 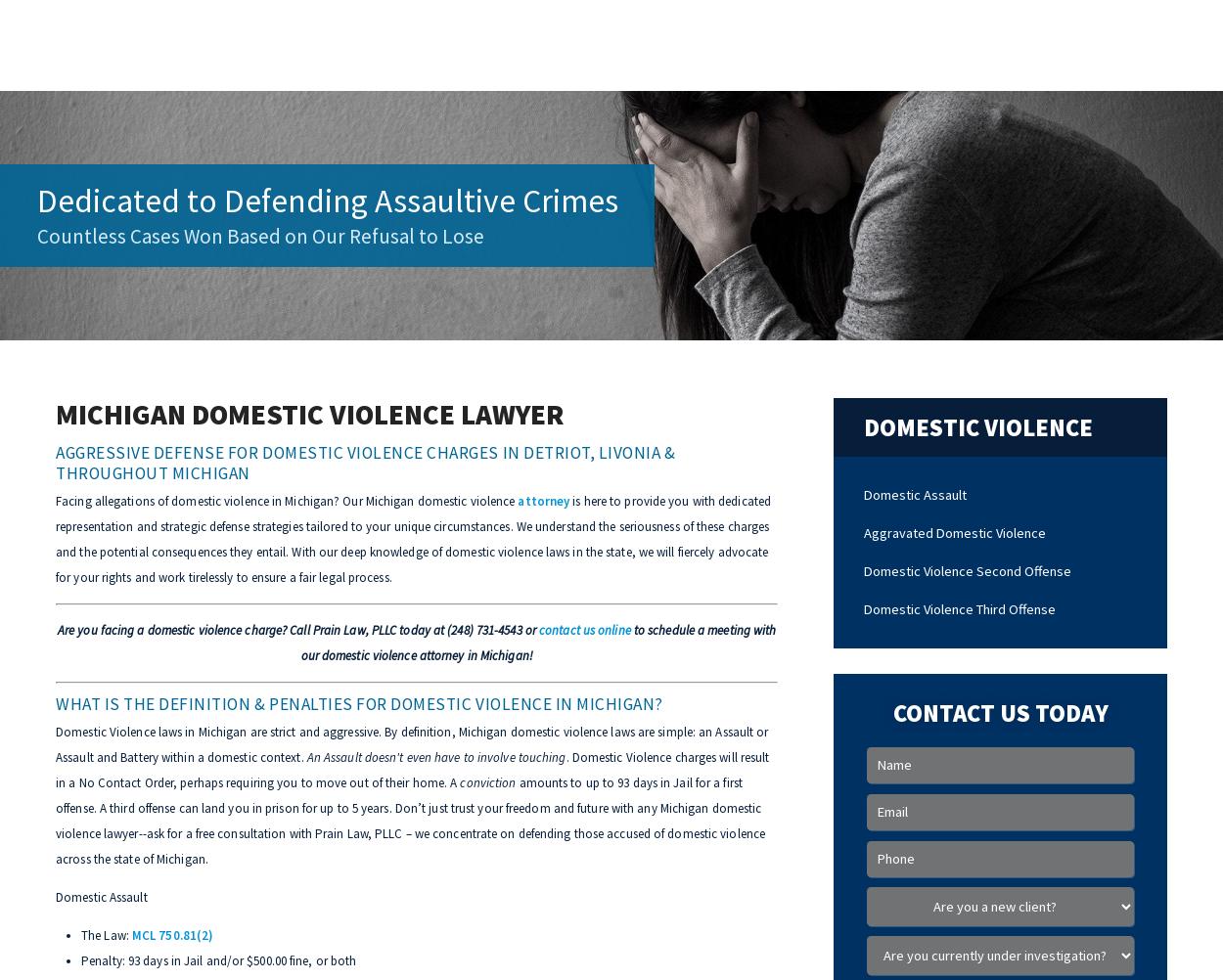 I want to click on 'Please select an option.', so click(x=1073, y=939).